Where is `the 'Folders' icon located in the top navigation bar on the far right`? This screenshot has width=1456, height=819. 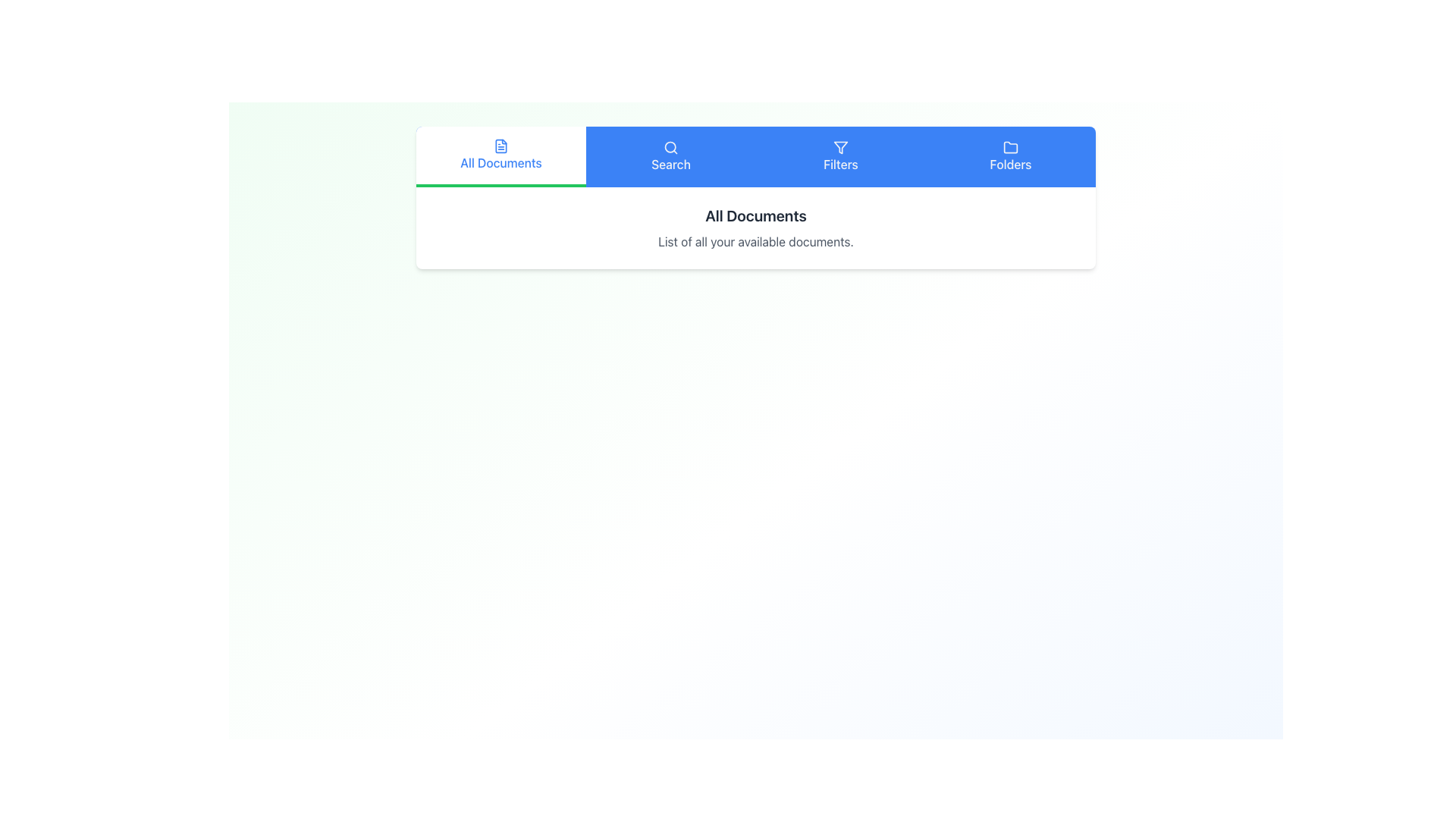 the 'Folders' icon located in the top navigation bar on the far right is located at coordinates (1011, 146).